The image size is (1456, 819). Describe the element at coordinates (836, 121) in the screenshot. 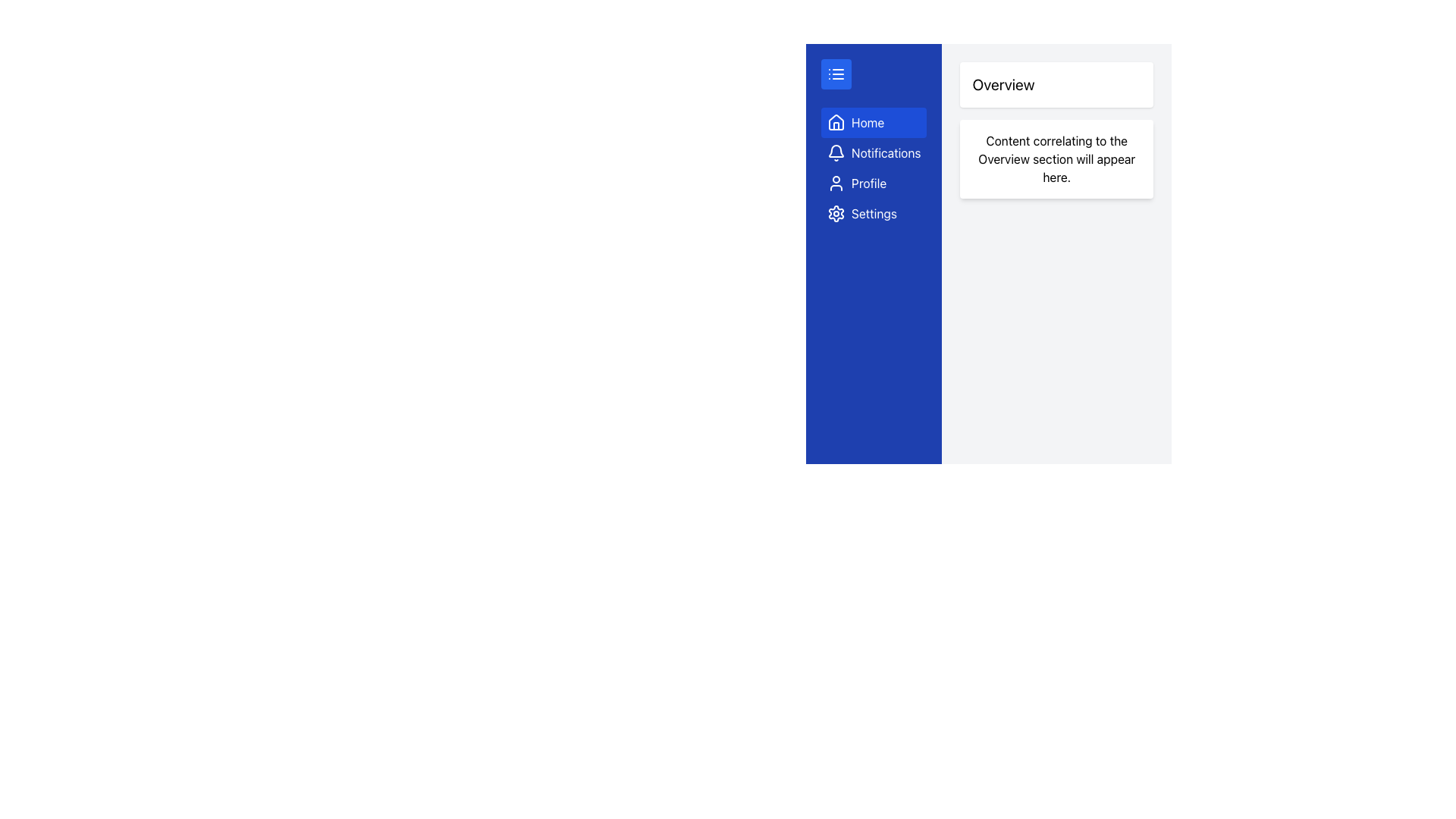

I see `the home icon in the left-hand sidebar menu, which helps users navigate to the home feature` at that location.